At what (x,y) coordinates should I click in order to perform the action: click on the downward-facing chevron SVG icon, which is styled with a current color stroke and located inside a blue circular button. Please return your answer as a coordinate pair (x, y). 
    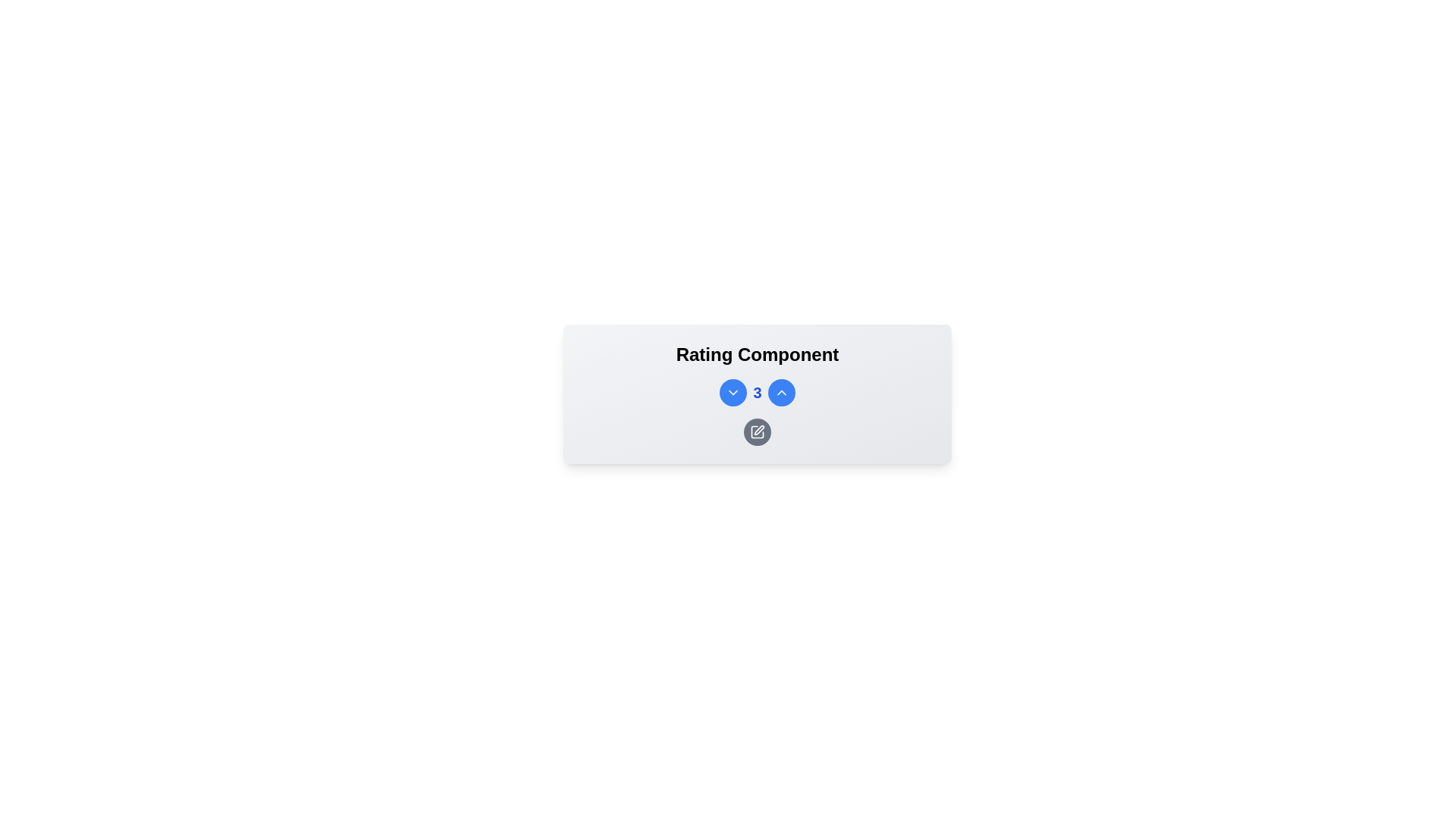
    Looking at the image, I should click on (733, 391).